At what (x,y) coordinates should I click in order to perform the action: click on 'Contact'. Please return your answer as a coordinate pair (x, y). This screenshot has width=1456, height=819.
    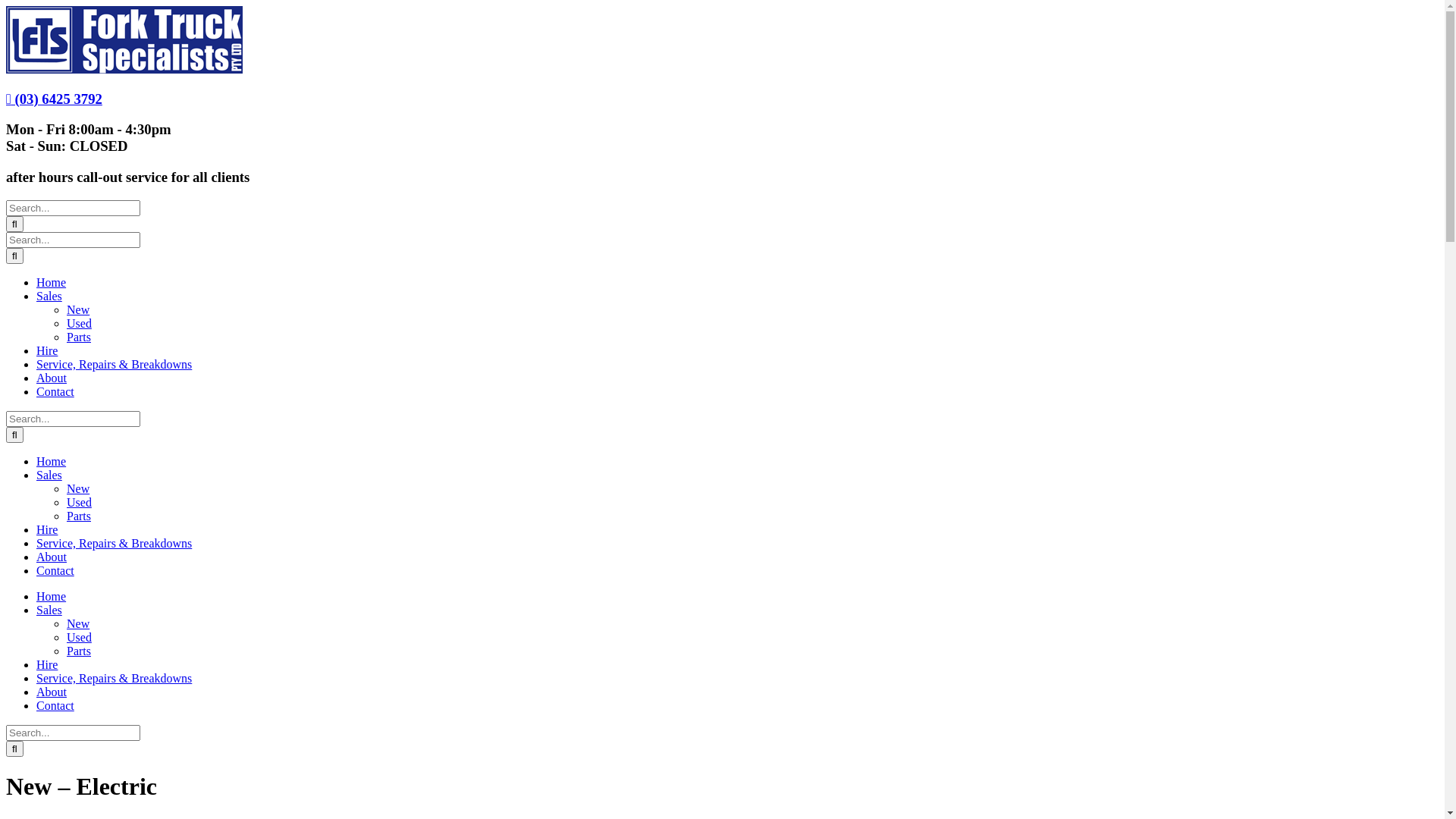
    Looking at the image, I should click on (36, 391).